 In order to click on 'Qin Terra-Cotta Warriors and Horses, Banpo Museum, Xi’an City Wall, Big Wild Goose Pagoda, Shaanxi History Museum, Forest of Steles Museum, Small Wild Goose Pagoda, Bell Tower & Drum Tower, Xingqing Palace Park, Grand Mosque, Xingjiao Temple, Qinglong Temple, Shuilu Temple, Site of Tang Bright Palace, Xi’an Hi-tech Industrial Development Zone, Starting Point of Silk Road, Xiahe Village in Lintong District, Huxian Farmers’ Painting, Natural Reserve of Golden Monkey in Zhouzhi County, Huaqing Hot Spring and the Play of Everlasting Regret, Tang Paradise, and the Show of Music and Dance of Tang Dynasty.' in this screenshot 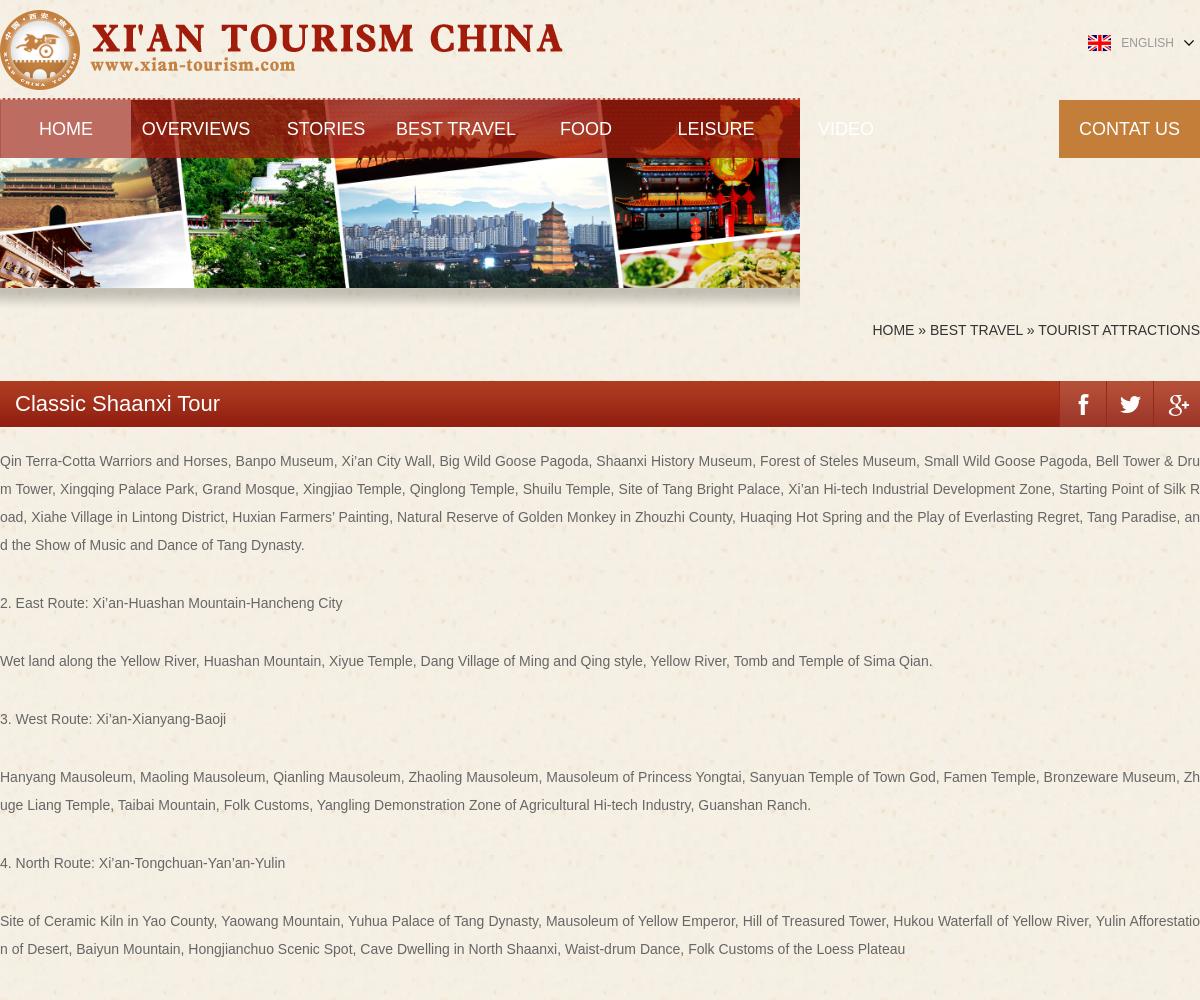, I will do `click(600, 502)`.